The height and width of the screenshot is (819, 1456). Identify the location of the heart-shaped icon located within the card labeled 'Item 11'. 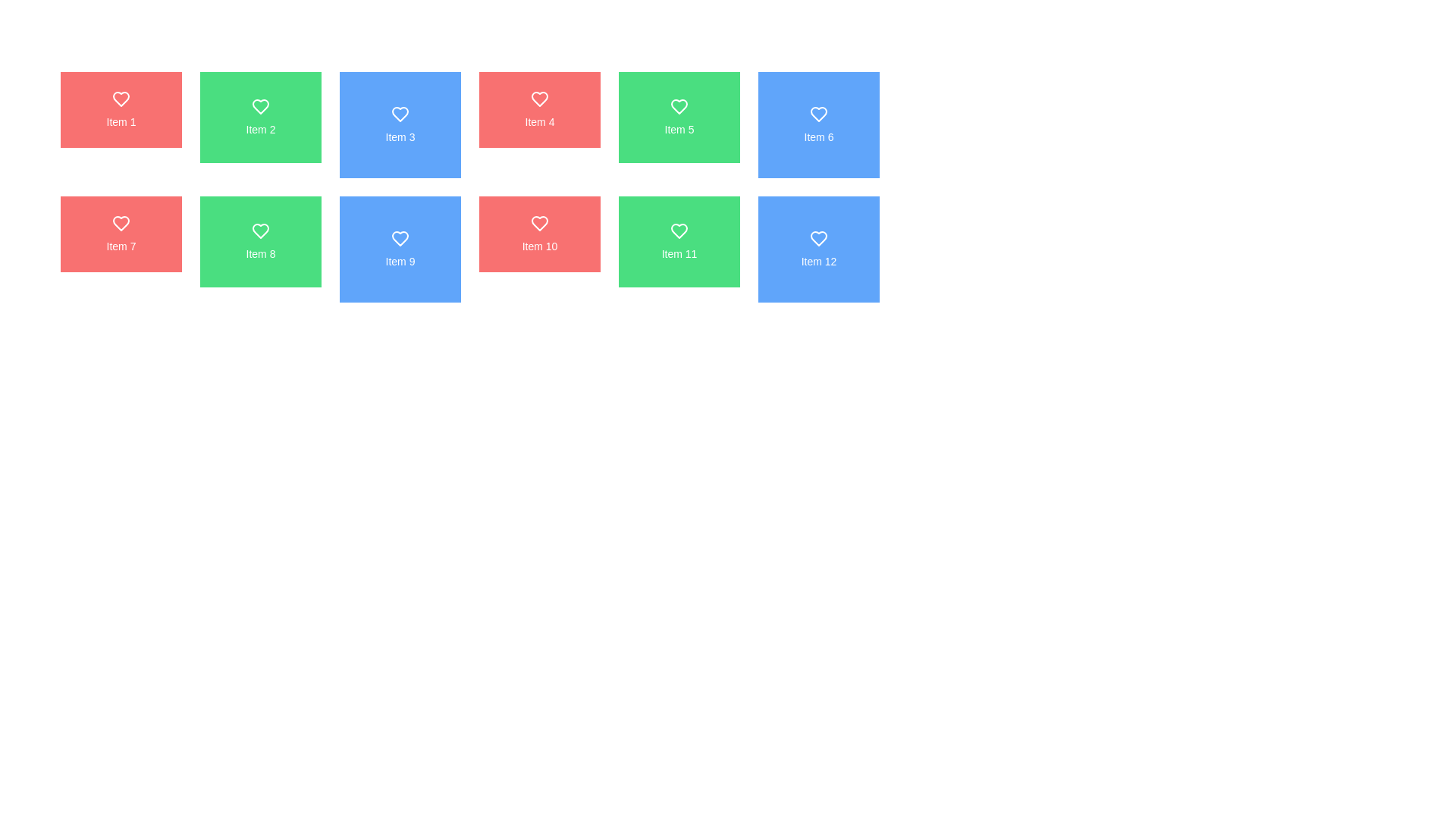
(679, 231).